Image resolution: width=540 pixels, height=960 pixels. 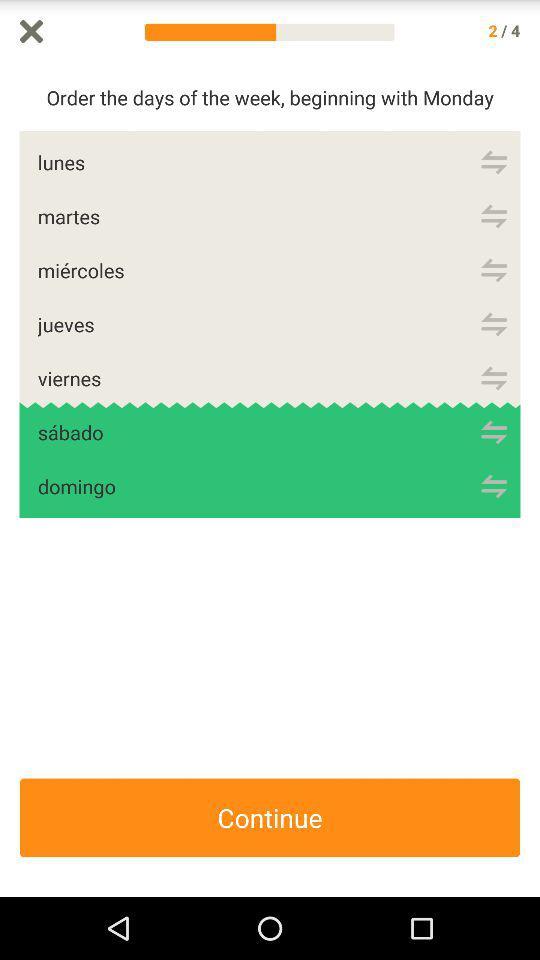 I want to click on the swap icon, so click(x=493, y=519).